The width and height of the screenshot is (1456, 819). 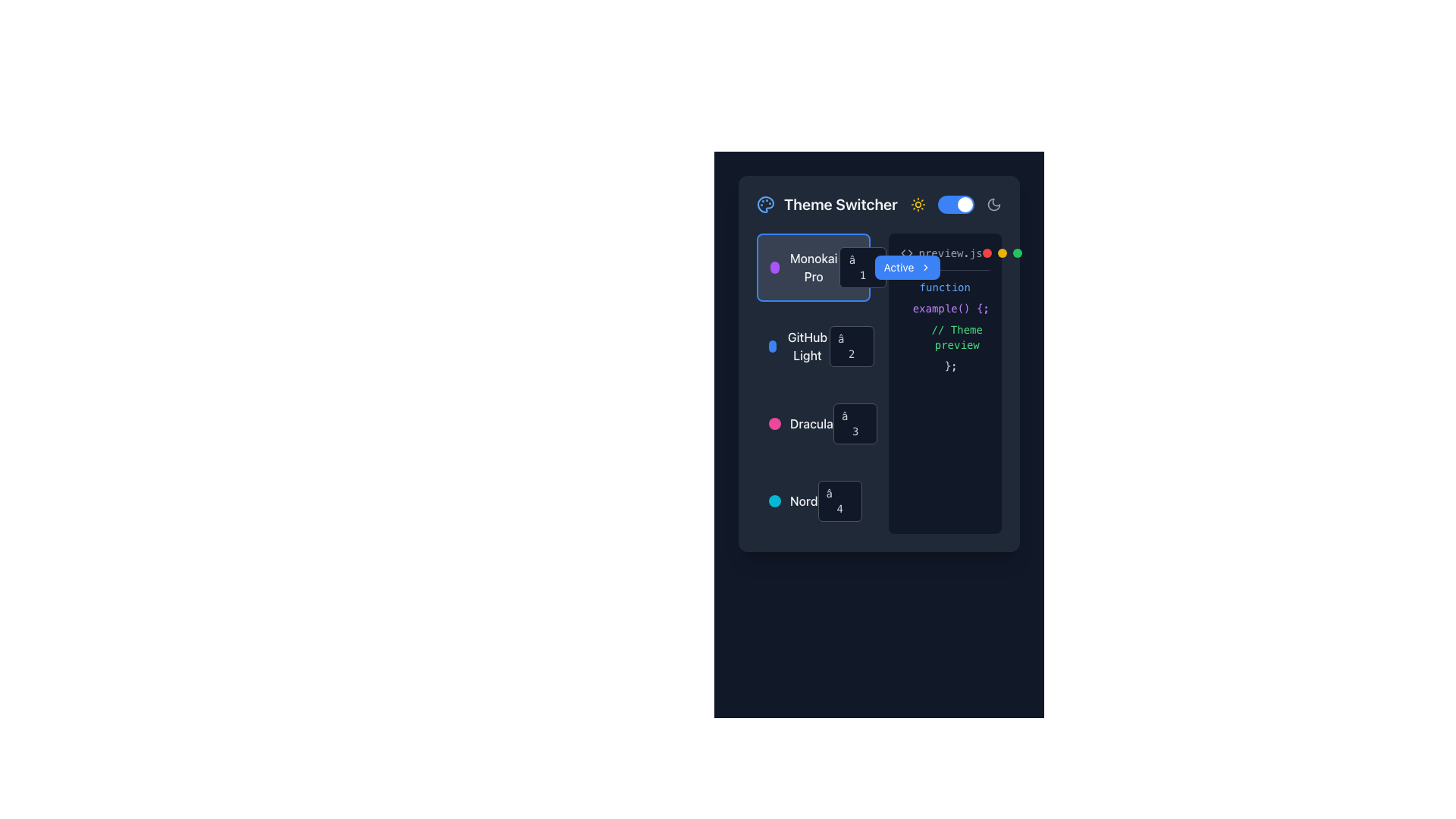 What do you see at coordinates (799, 346) in the screenshot?
I see `the 'GitHub Light' theme selection option located in the second row of the theme options list in the 'Theme Switcher' panel` at bounding box center [799, 346].